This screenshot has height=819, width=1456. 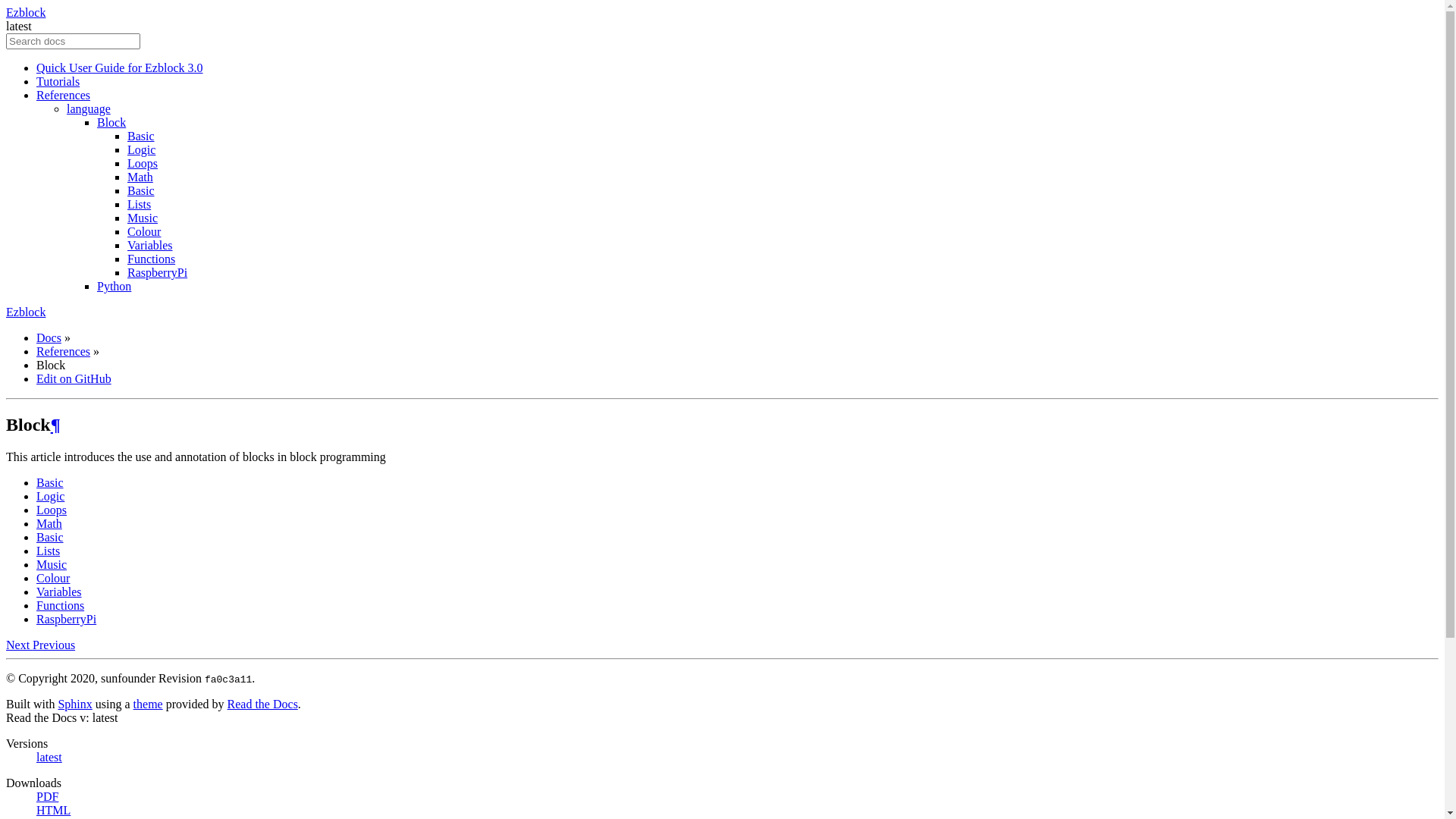 What do you see at coordinates (54, 645) in the screenshot?
I see `'Previous'` at bounding box center [54, 645].